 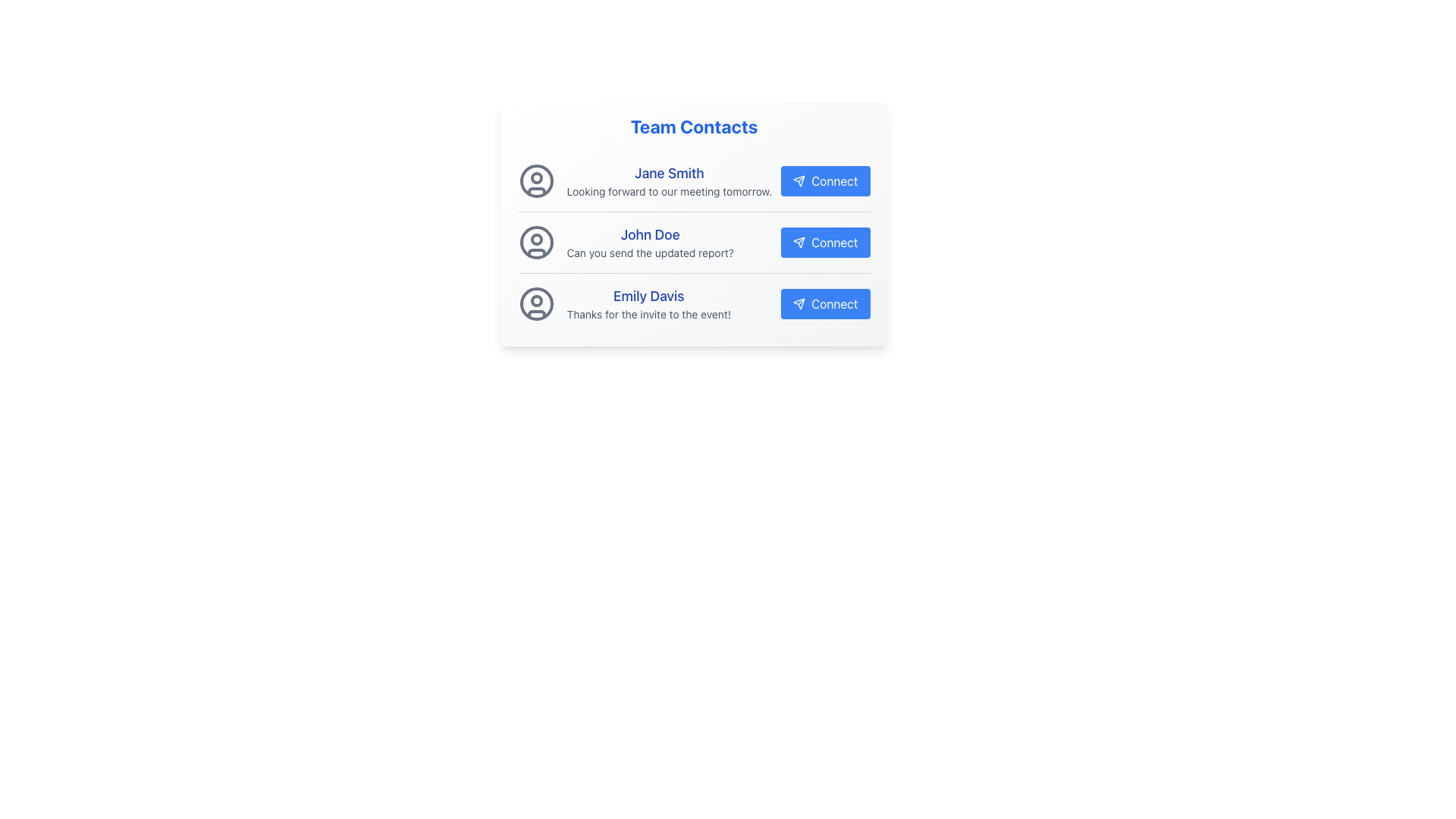 What do you see at coordinates (824, 242) in the screenshot?
I see `the blue button labeled 'Connect' with a paper plane icon` at bounding box center [824, 242].